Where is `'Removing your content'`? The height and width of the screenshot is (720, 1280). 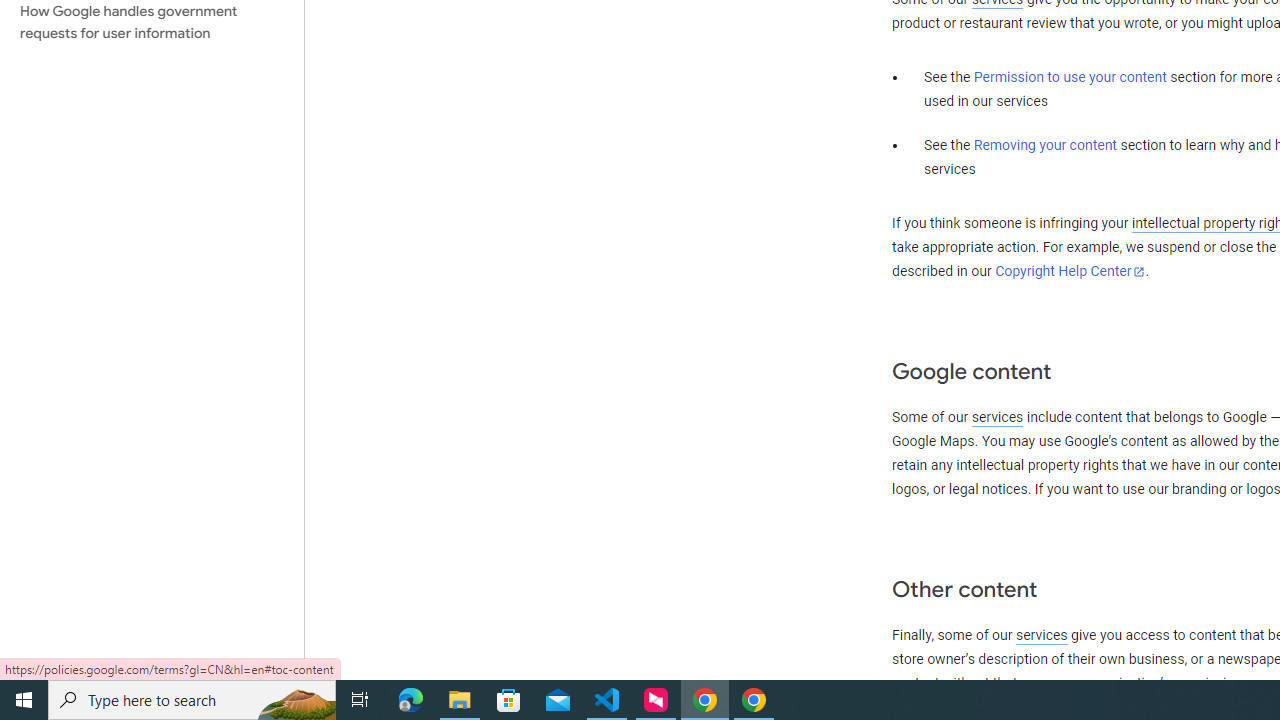
'Removing your content' is located at coordinates (1044, 144).